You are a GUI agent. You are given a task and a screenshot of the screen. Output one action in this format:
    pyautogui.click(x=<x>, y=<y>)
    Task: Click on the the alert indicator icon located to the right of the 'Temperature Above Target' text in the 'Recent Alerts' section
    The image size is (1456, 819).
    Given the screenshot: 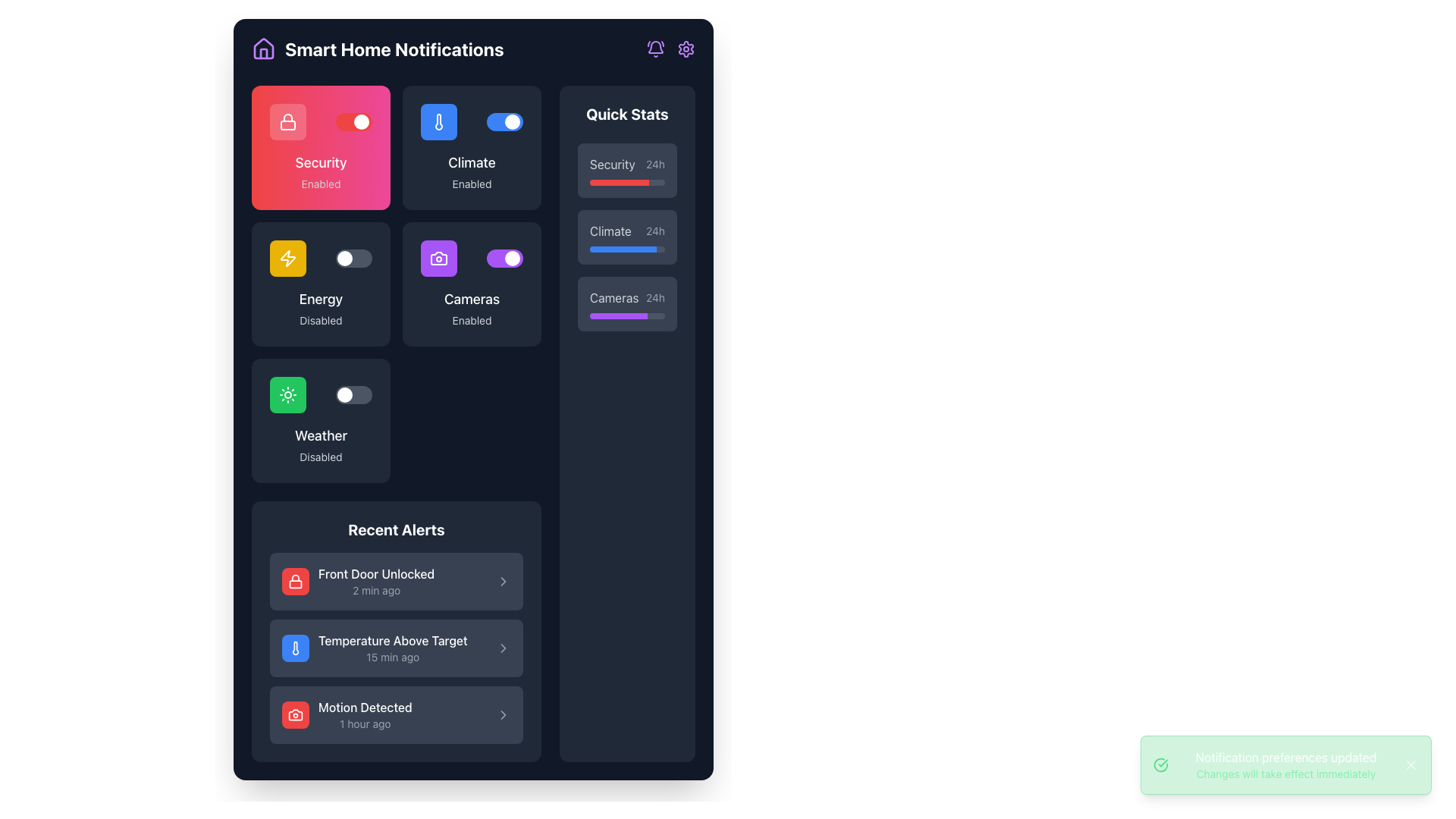 What is the action you would take?
    pyautogui.click(x=503, y=648)
    